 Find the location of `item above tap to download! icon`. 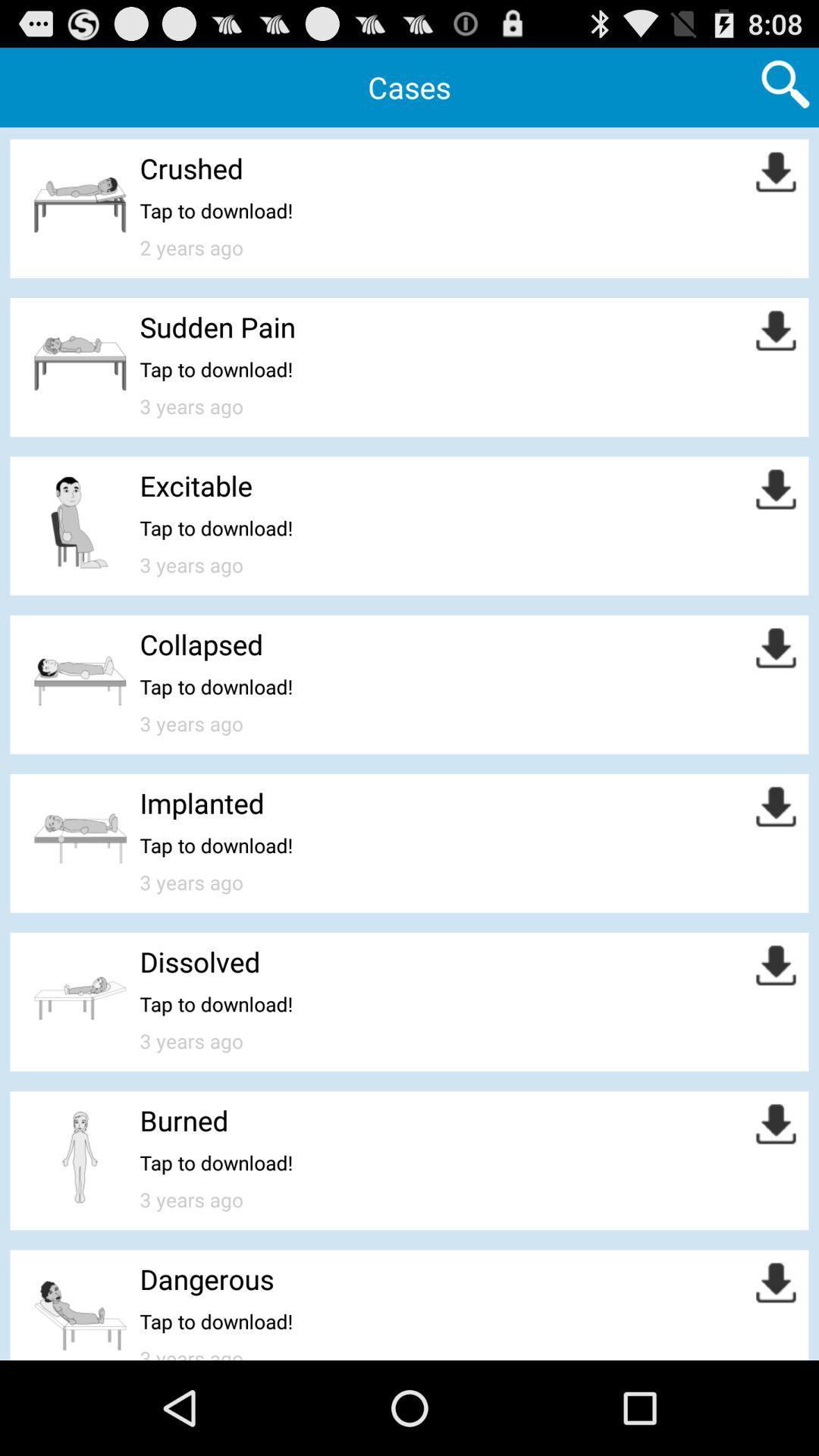

item above tap to download! icon is located at coordinates (190, 168).